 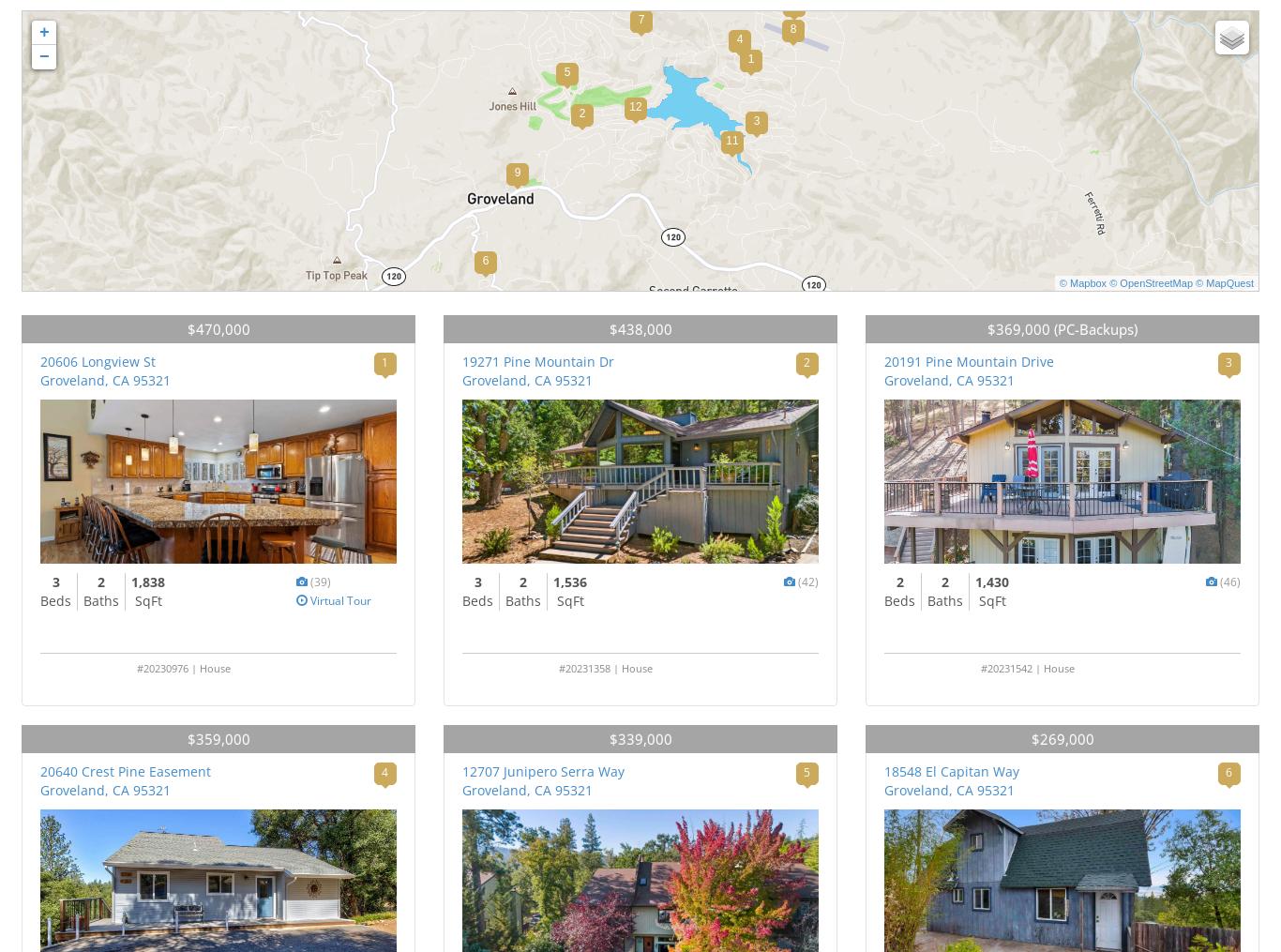 I want to click on '20640 Crest Pine Easement', so click(x=125, y=771).